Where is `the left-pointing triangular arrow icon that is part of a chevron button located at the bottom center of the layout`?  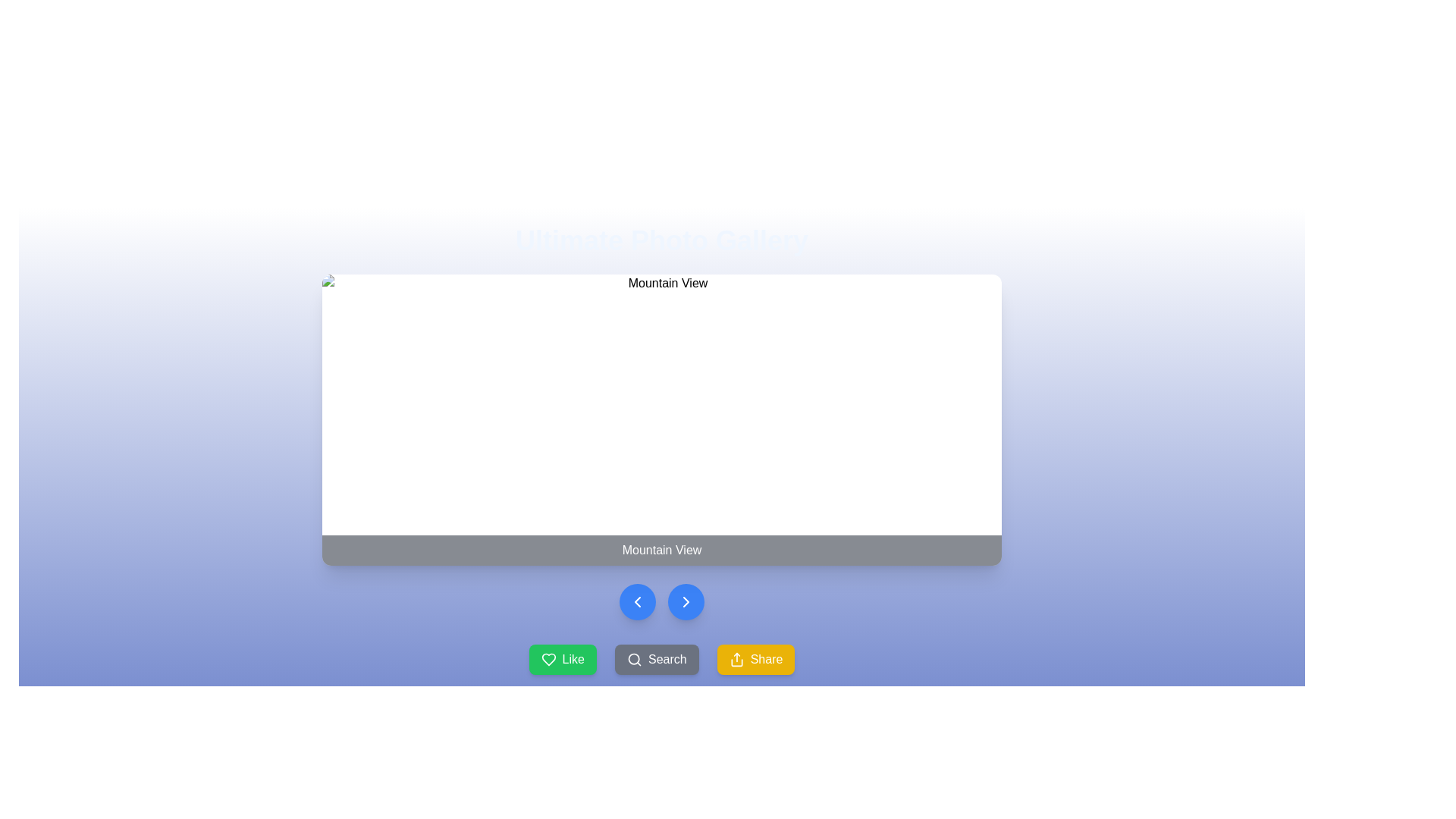
the left-pointing triangular arrow icon that is part of a chevron button located at the bottom center of the layout is located at coordinates (637, 601).